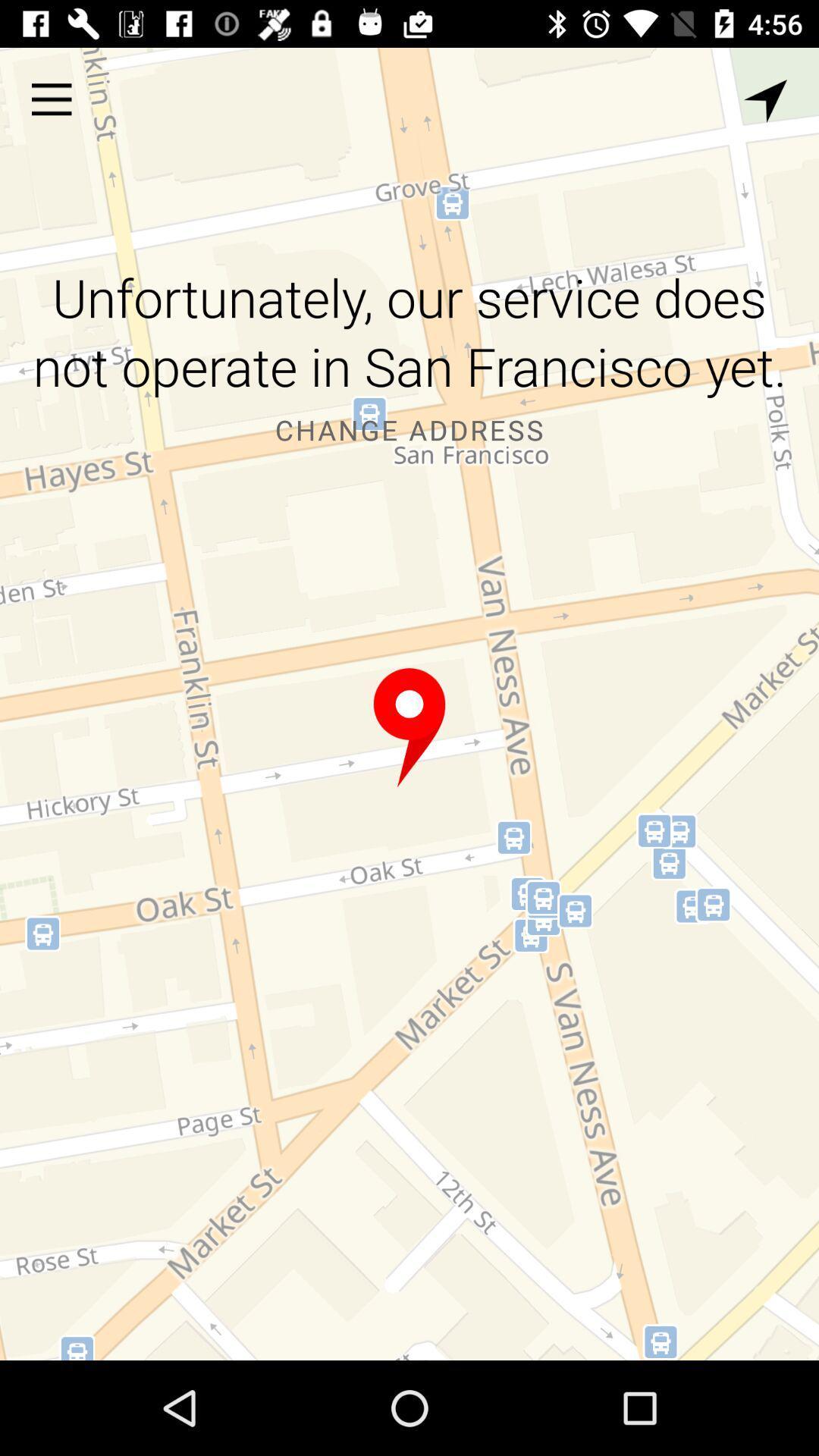 This screenshot has width=819, height=1456. I want to click on the navigation icon, so click(765, 100).